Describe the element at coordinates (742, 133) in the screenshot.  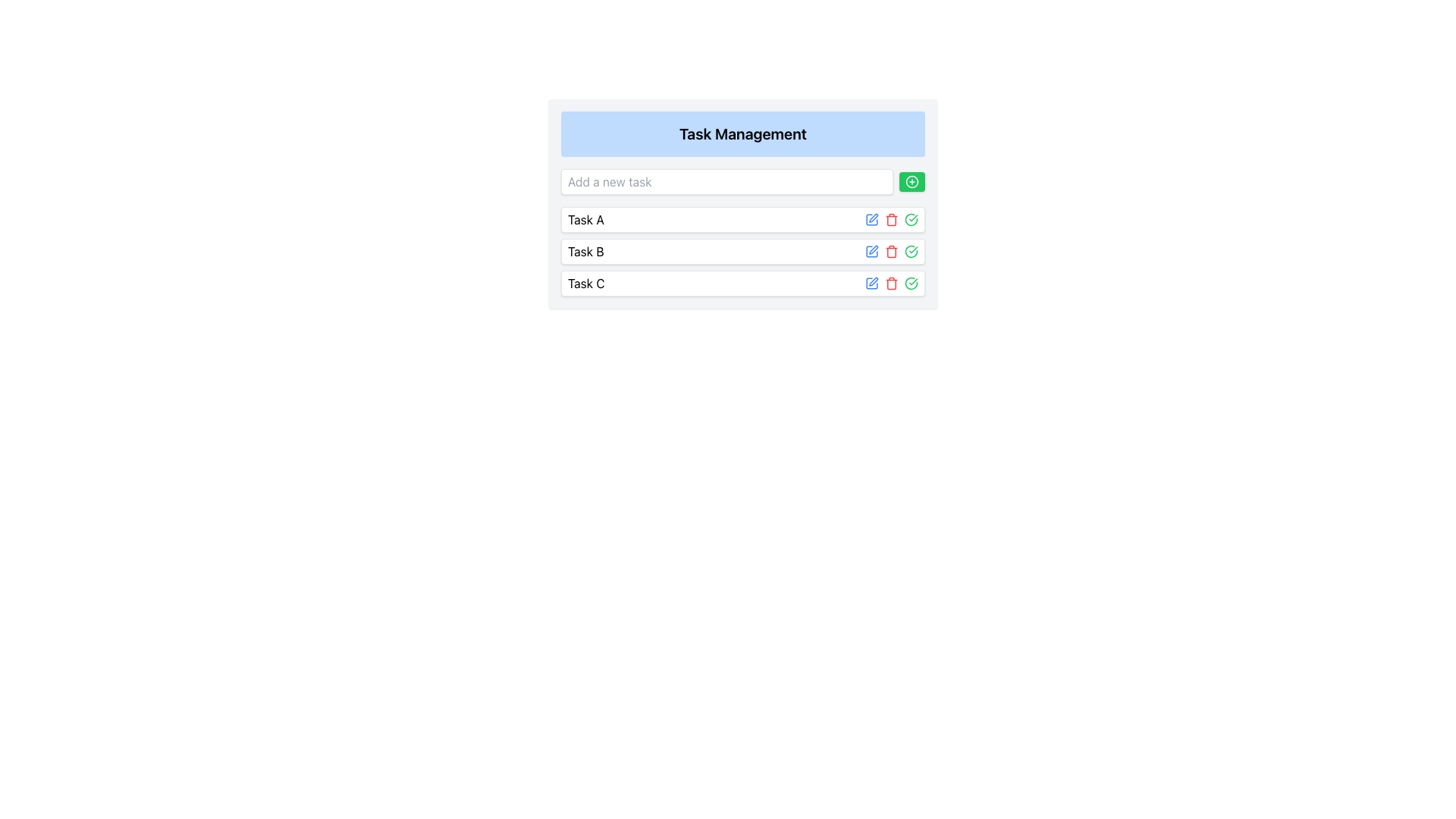
I see `the section header that provides a title for the task management area, located directly above the 'Add a new task' input field` at that location.